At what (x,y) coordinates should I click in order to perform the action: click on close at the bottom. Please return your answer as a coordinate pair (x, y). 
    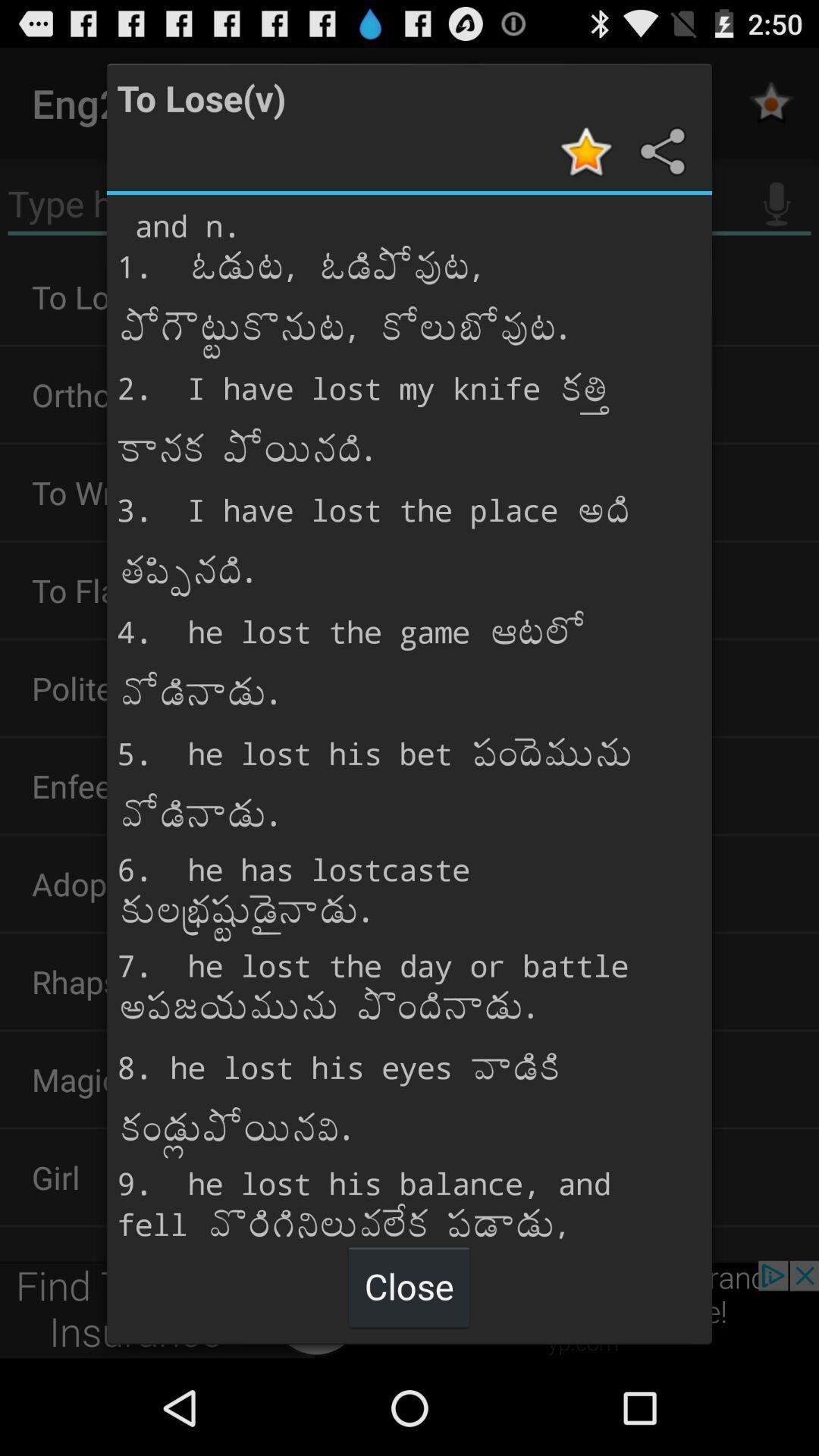
    Looking at the image, I should click on (408, 1285).